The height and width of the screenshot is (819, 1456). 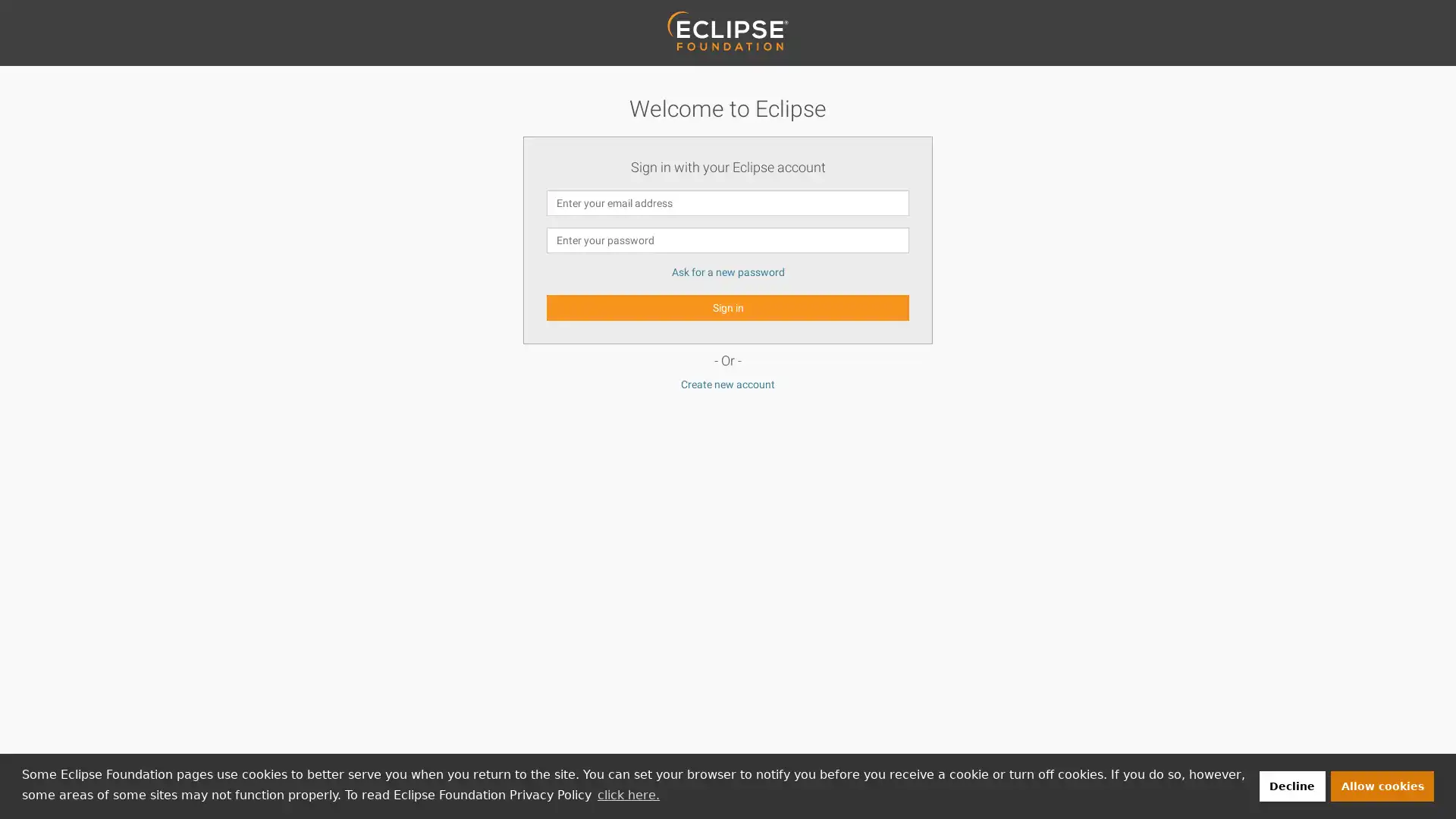 I want to click on deny cookies, so click(x=1291, y=785).